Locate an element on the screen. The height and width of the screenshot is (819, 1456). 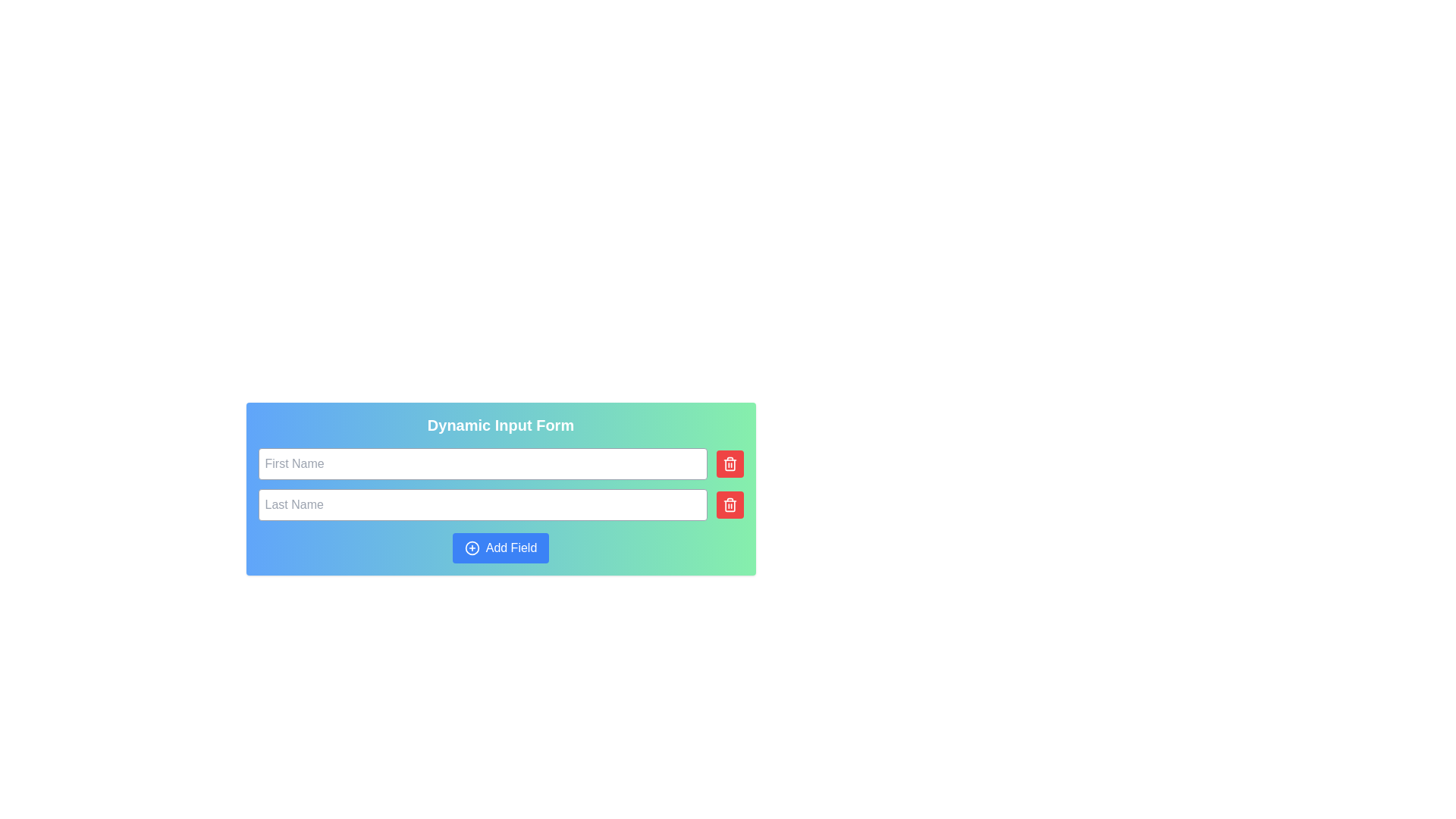
the button located at the bottom of the form card is located at coordinates (500, 548).